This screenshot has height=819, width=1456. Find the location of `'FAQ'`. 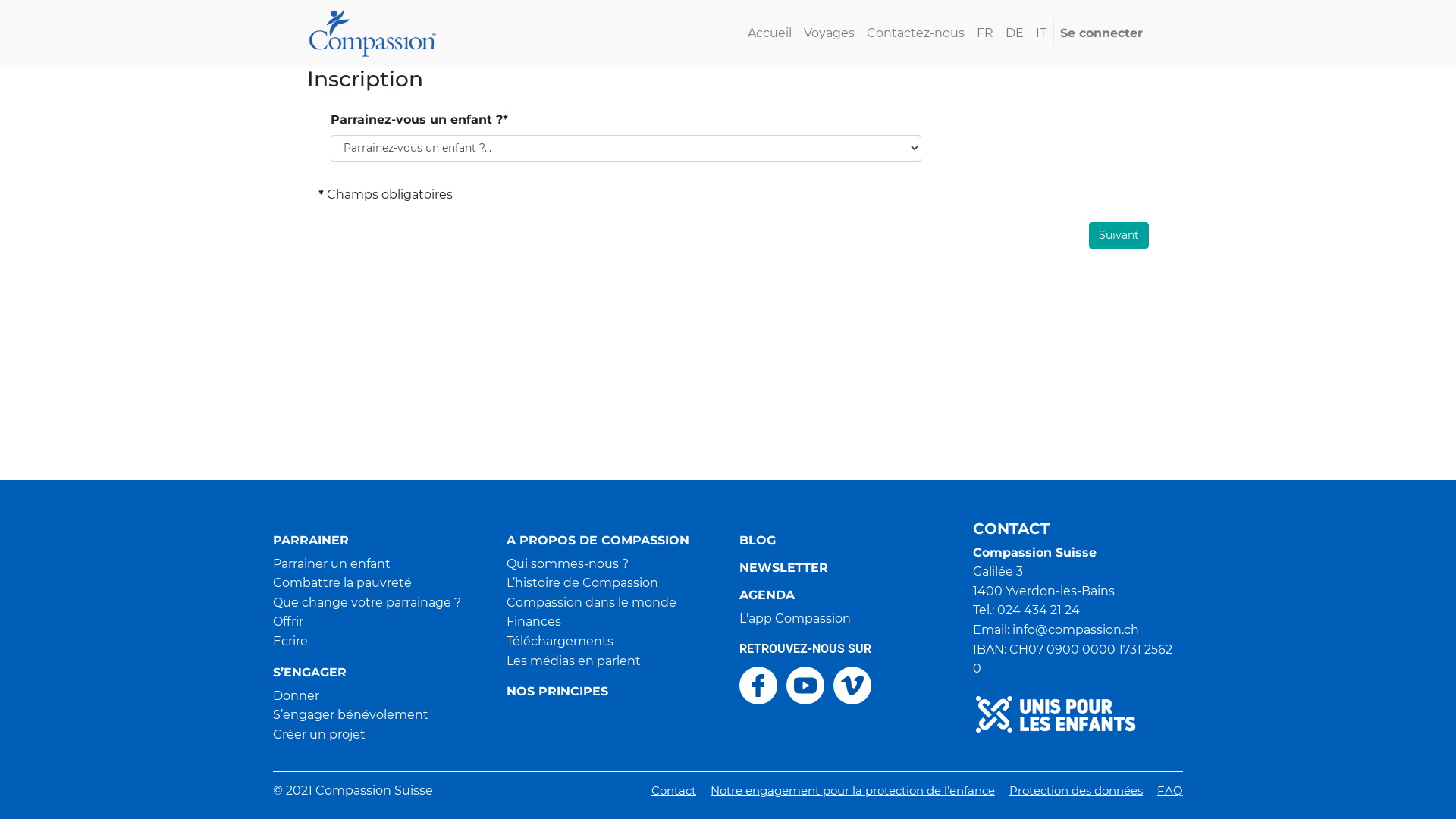

'FAQ' is located at coordinates (1169, 789).